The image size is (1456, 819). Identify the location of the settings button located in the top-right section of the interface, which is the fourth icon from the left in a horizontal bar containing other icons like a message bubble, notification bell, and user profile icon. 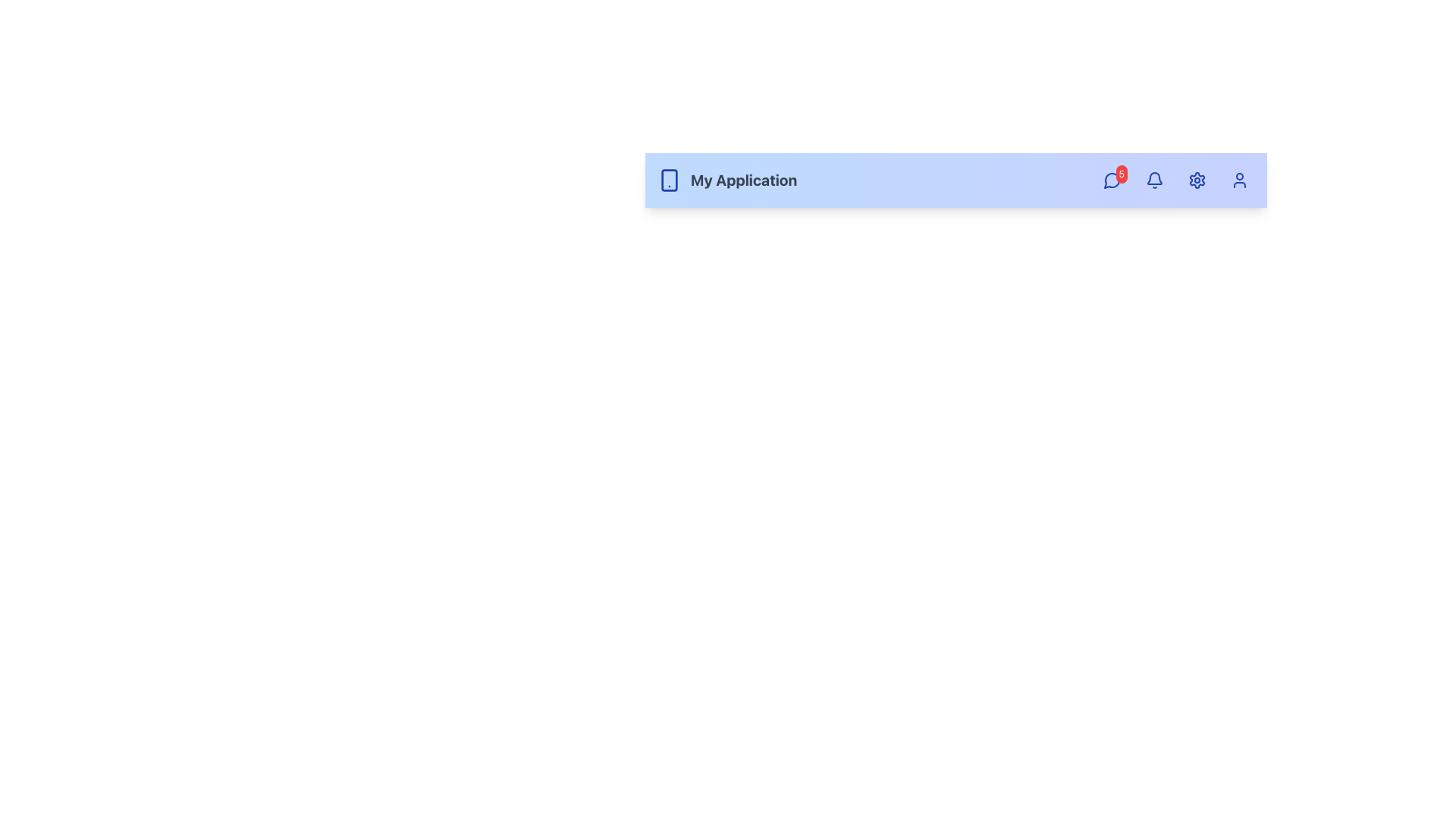
(1197, 180).